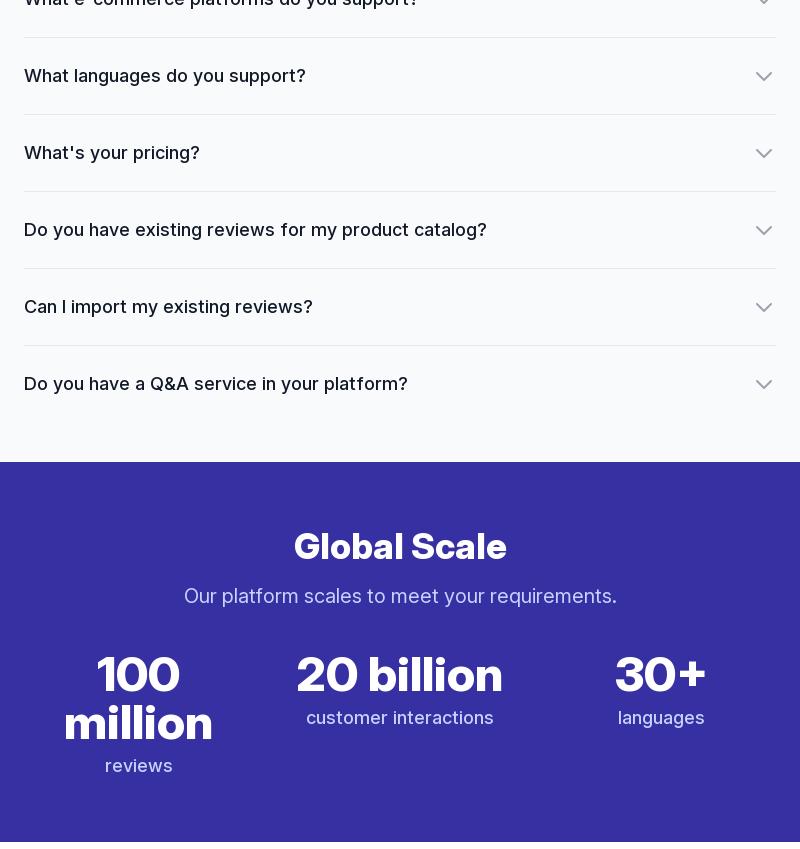 The width and height of the screenshot is (800, 849). Describe the element at coordinates (138, 696) in the screenshot. I see `'100 million'` at that location.